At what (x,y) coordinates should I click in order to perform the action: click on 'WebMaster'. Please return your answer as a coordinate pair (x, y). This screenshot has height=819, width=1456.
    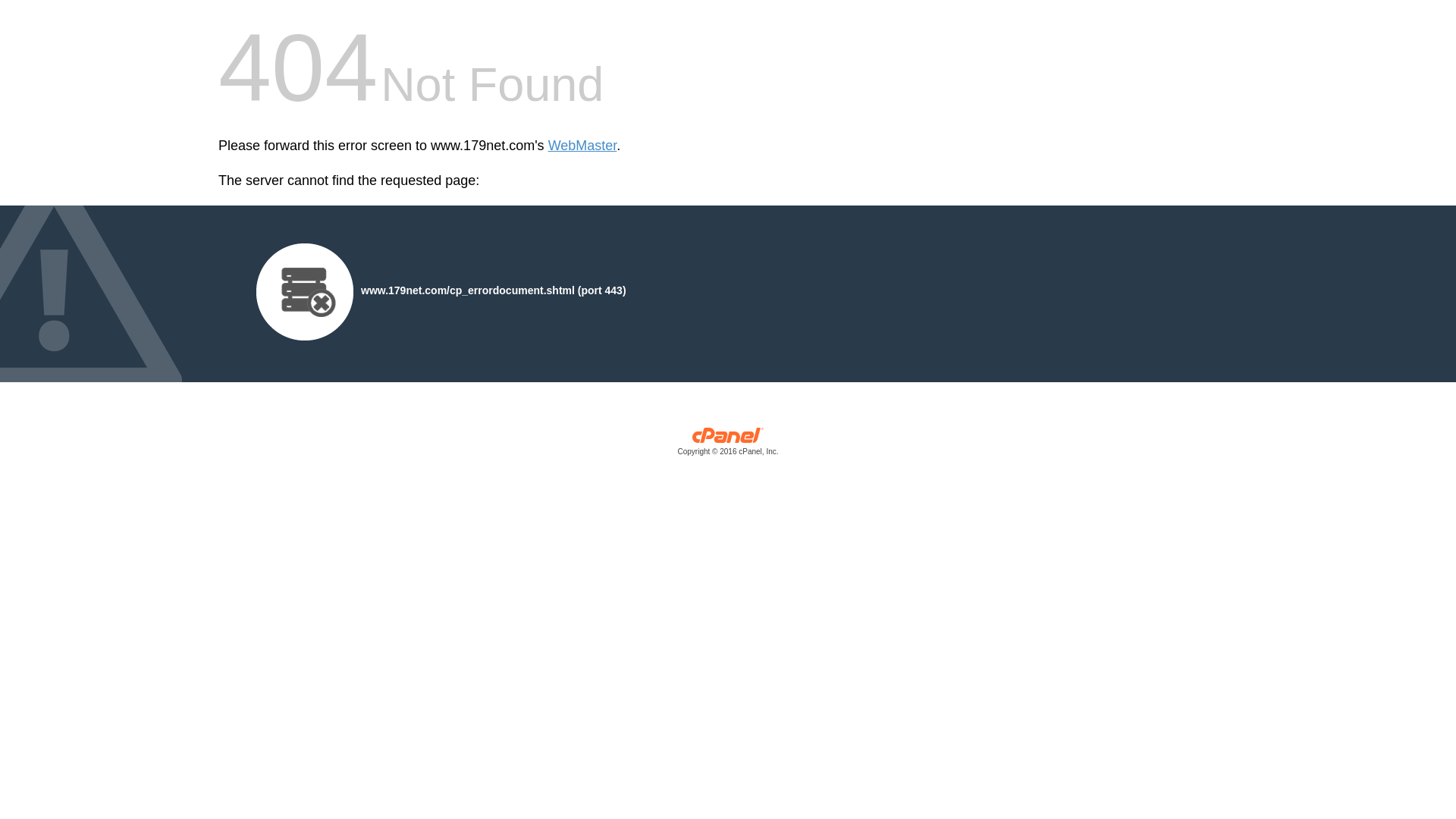
    Looking at the image, I should click on (582, 146).